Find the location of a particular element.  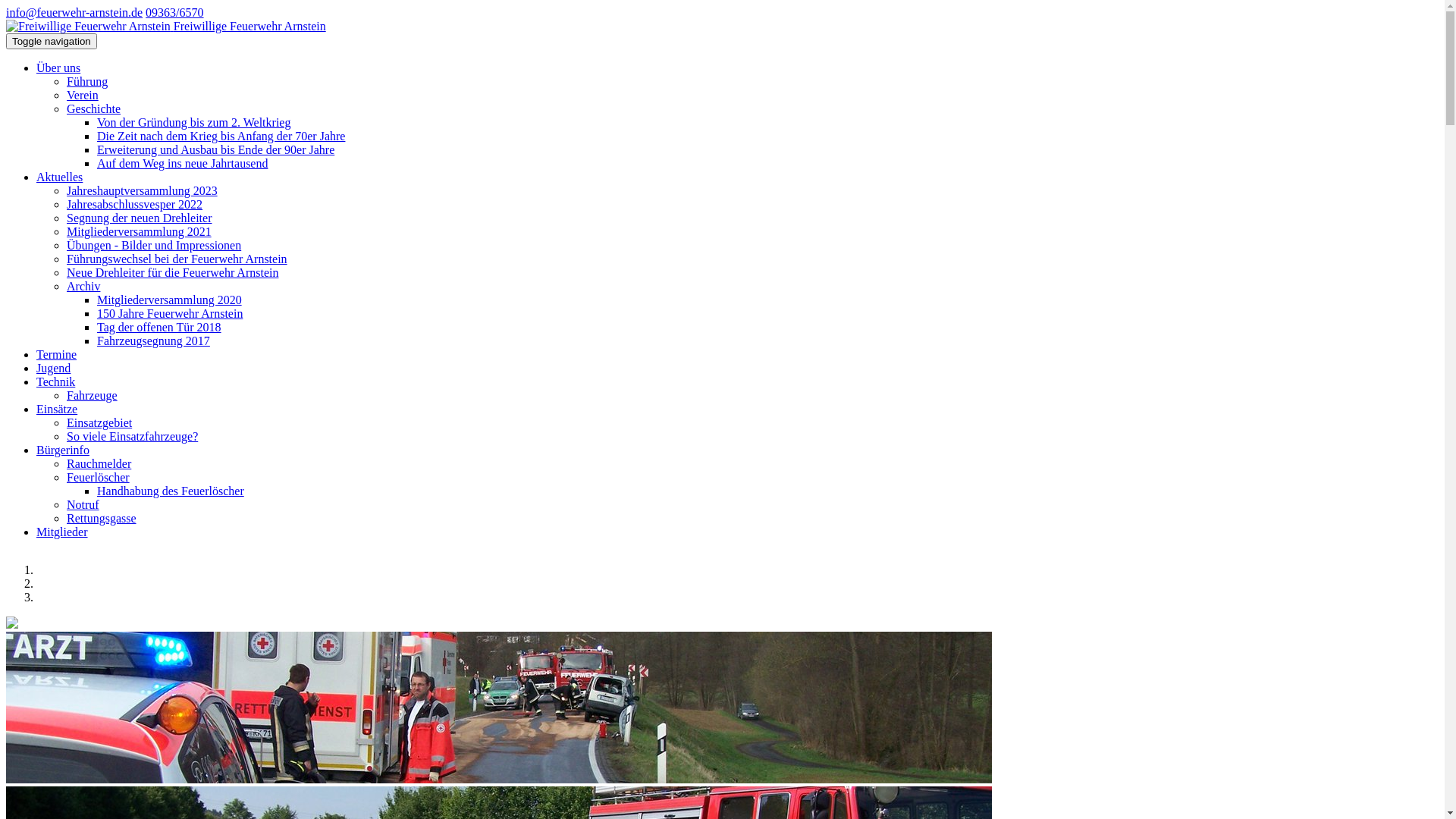

'Fahrzeuge' is located at coordinates (91, 394).